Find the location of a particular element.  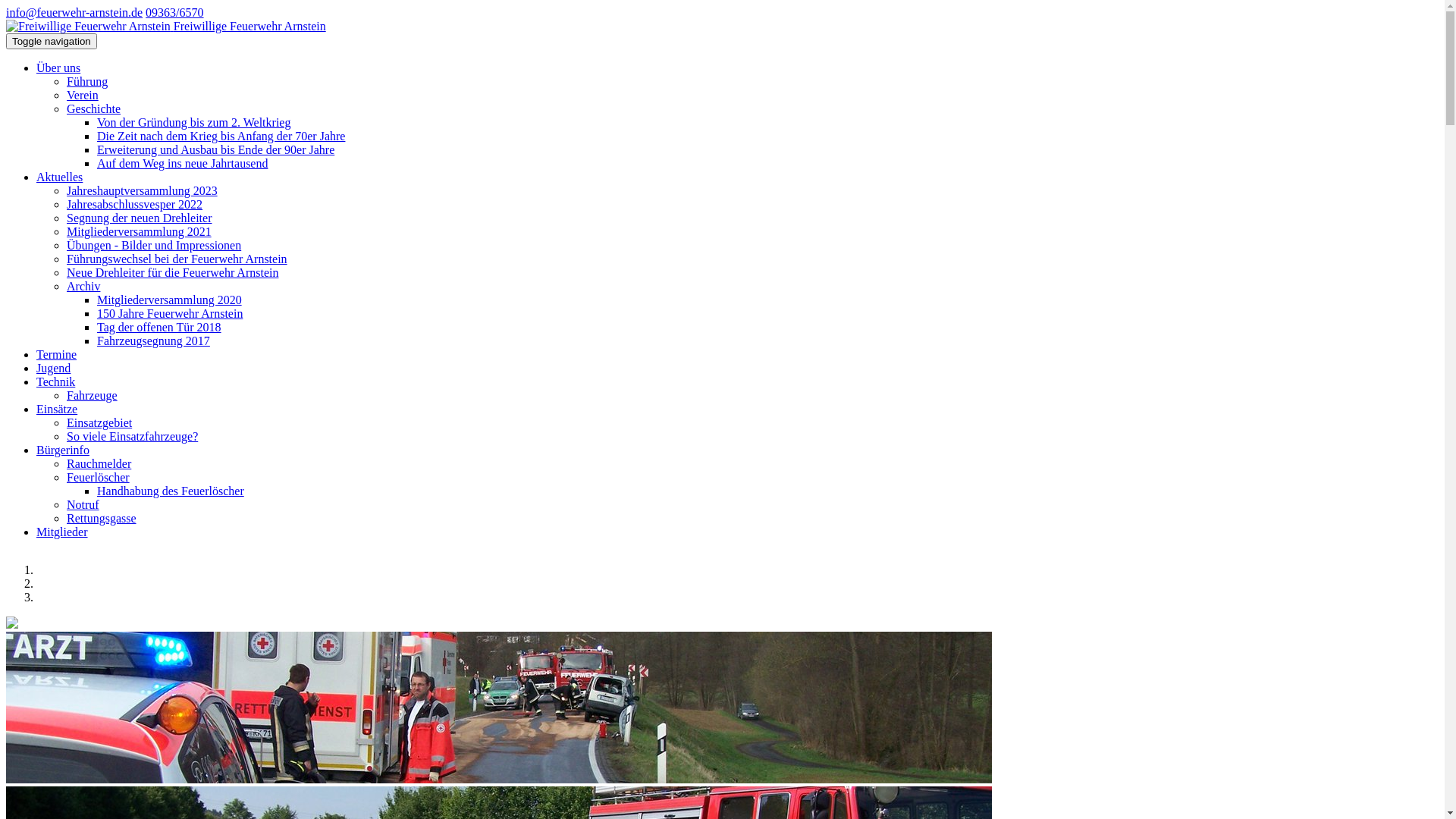

'Fahrzeuge' is located at coordinates (91, 394).